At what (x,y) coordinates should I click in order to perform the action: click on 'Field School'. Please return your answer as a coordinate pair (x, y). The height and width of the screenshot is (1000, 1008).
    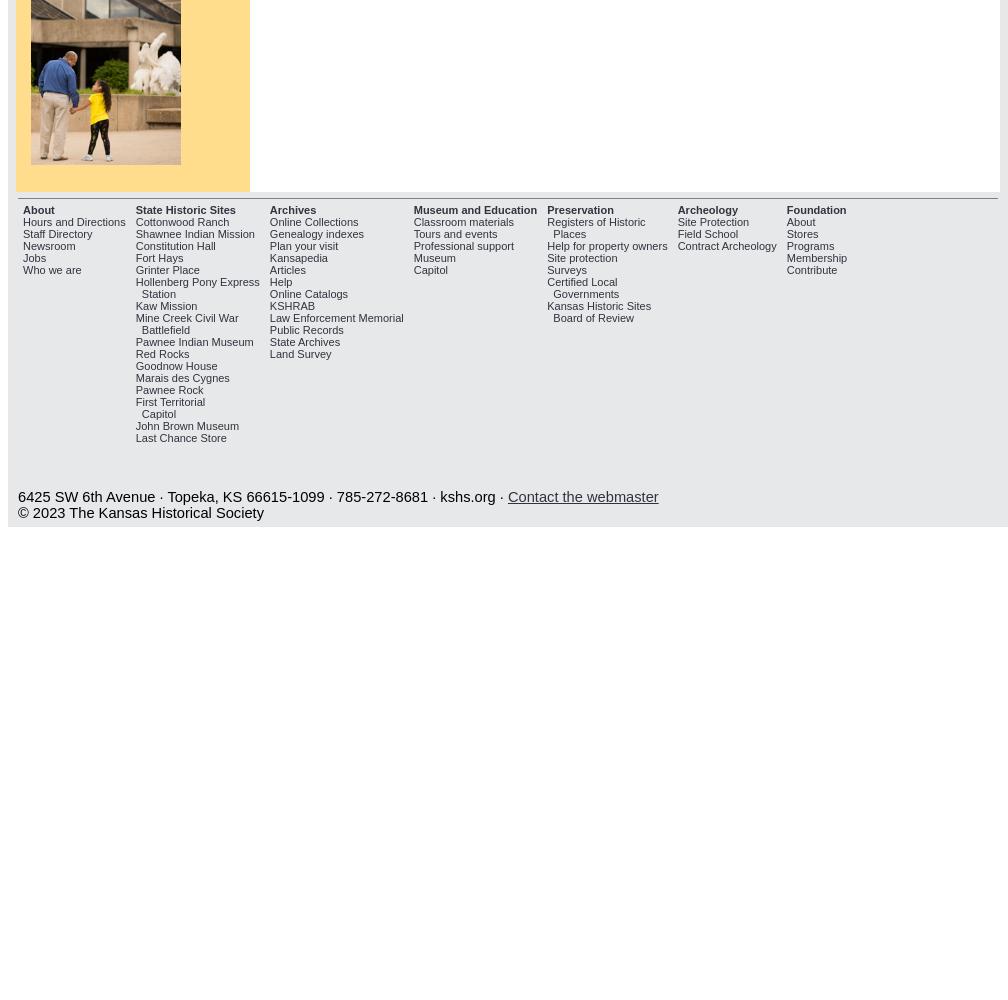
    Looking at the image, I should click on (676, 232).